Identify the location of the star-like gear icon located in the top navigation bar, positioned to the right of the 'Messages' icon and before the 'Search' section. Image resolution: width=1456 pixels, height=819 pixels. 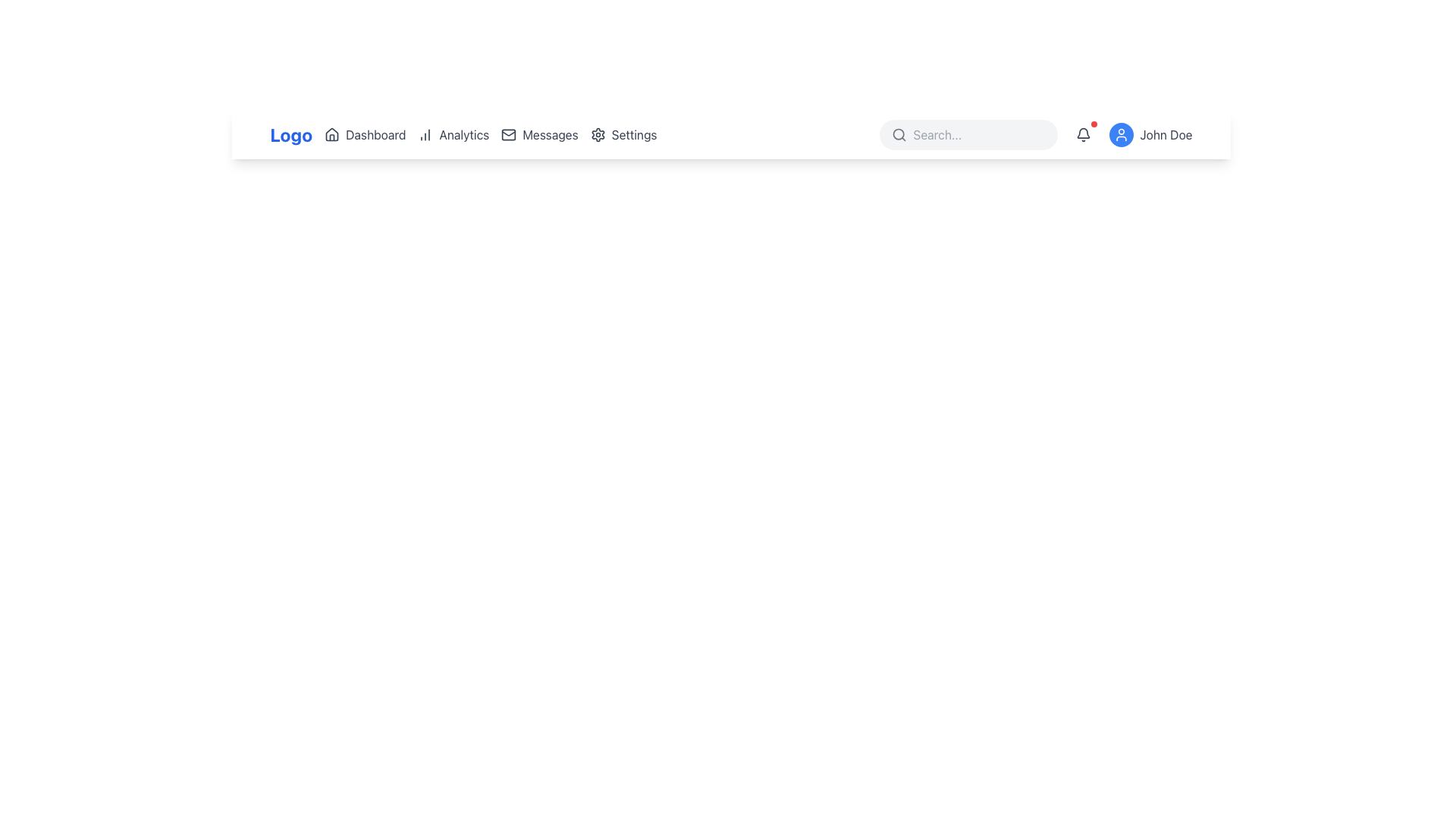
(597, 133).